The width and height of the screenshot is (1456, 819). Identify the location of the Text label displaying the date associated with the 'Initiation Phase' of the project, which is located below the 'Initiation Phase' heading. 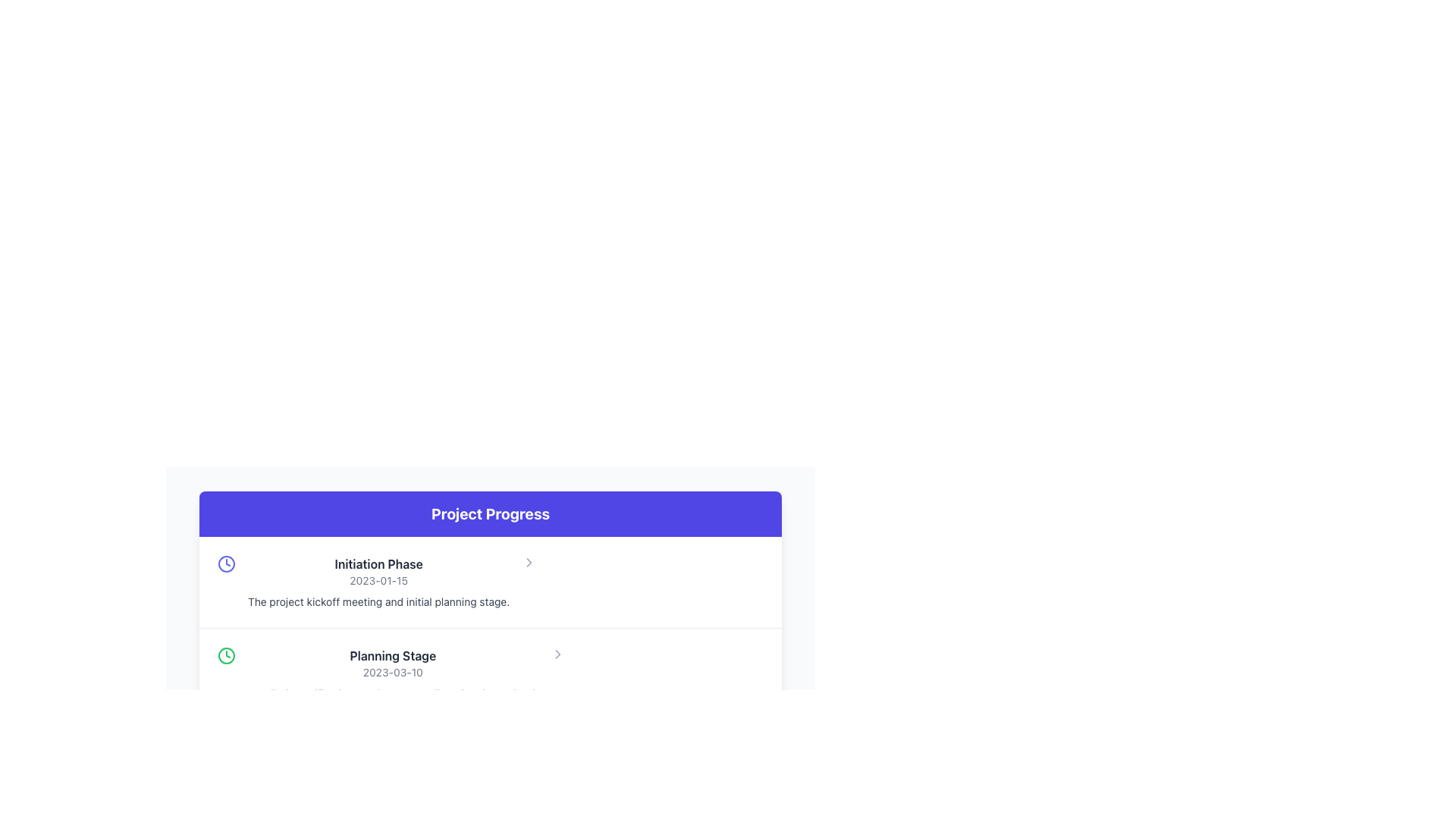
(378, 580).